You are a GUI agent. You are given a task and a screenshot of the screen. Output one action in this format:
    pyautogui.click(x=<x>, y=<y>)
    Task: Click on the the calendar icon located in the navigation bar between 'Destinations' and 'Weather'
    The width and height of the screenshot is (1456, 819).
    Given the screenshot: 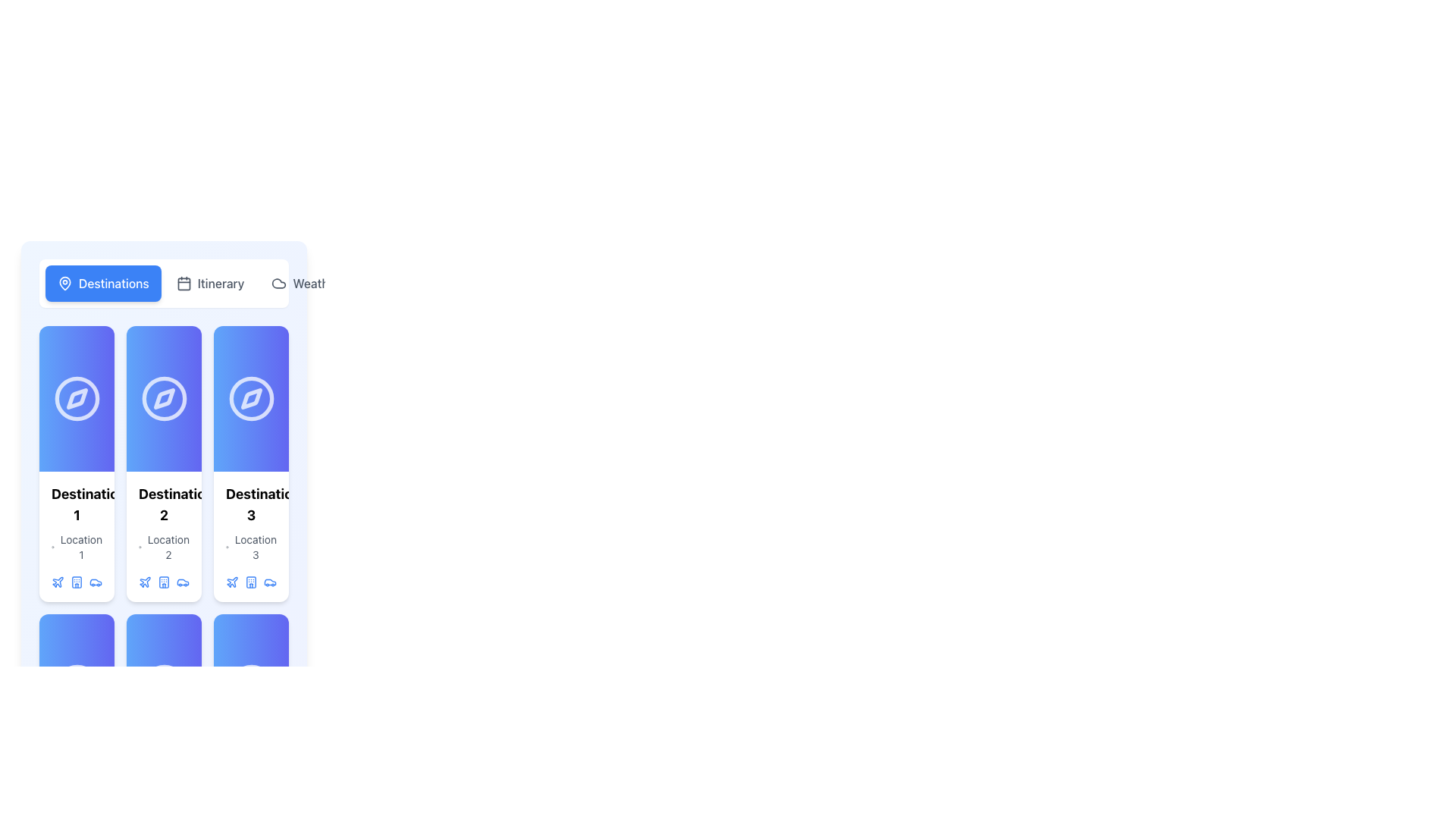 What is the action you would take?
    pyautogui.click(x=183, y=284)
    